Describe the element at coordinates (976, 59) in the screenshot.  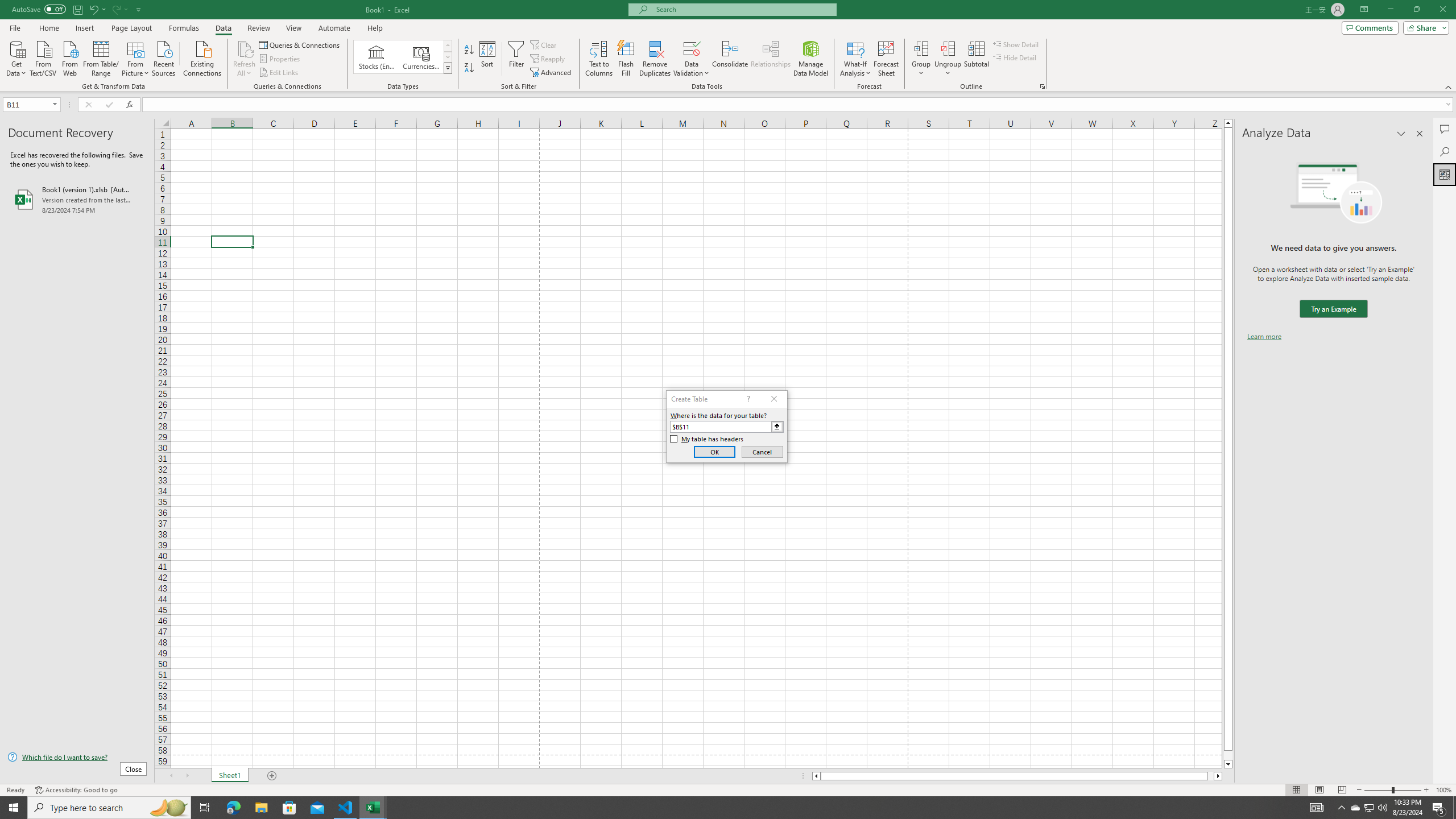
I see `'Subtotal'` at that location.